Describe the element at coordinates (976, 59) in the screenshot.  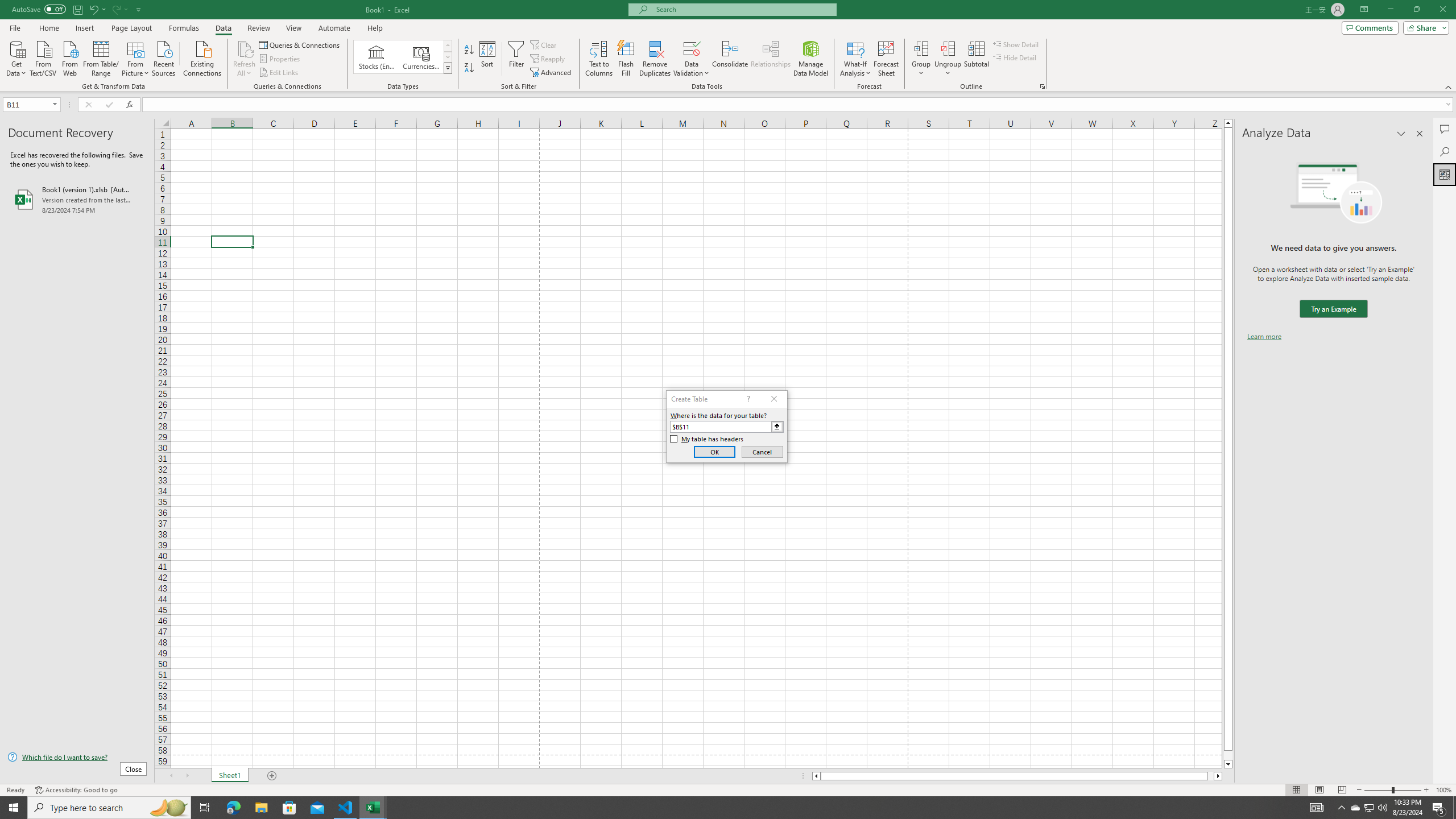
I see `'Subtotal'` at that location.